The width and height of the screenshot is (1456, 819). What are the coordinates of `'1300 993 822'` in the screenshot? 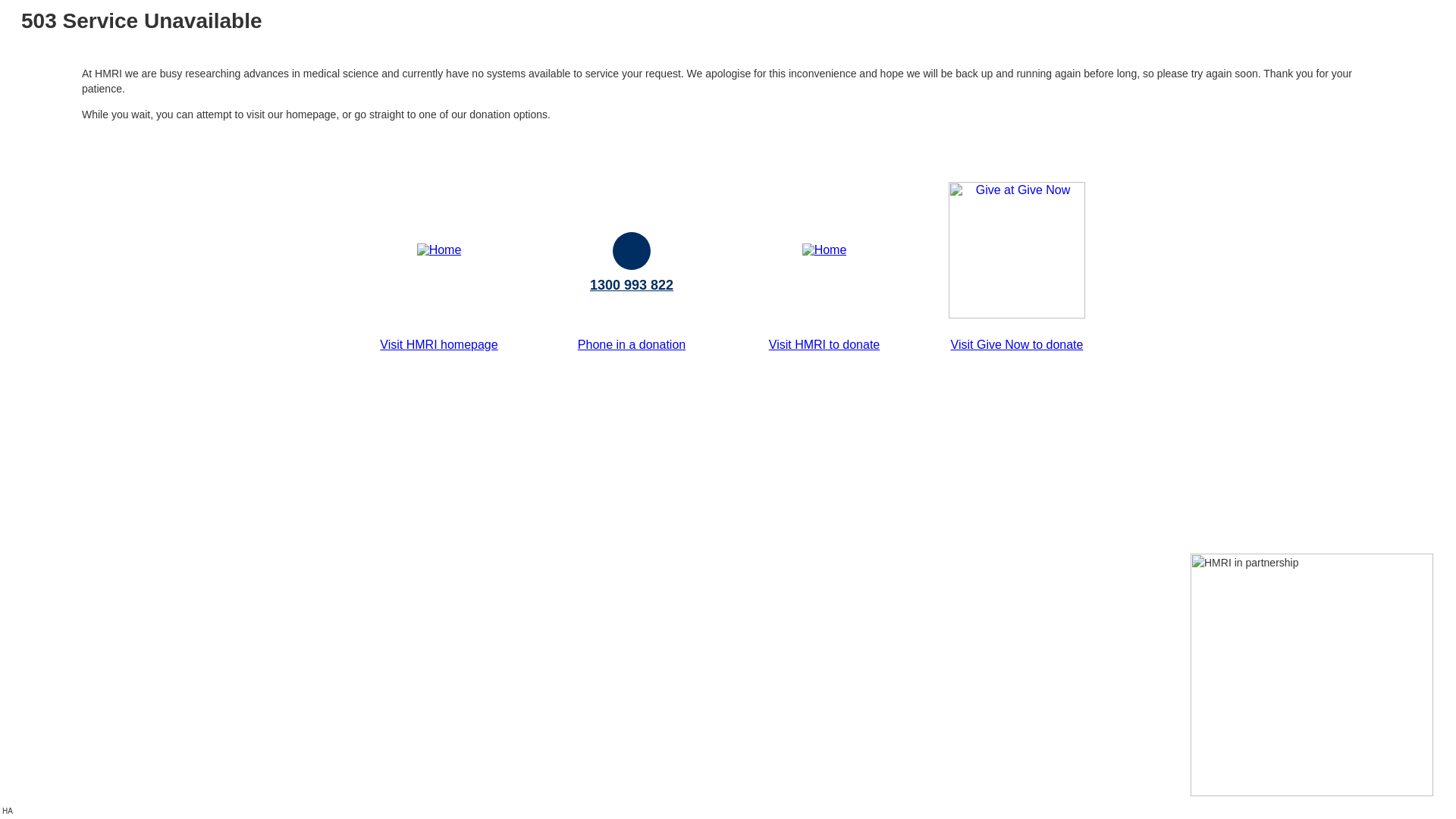 It's located at (632, 285).